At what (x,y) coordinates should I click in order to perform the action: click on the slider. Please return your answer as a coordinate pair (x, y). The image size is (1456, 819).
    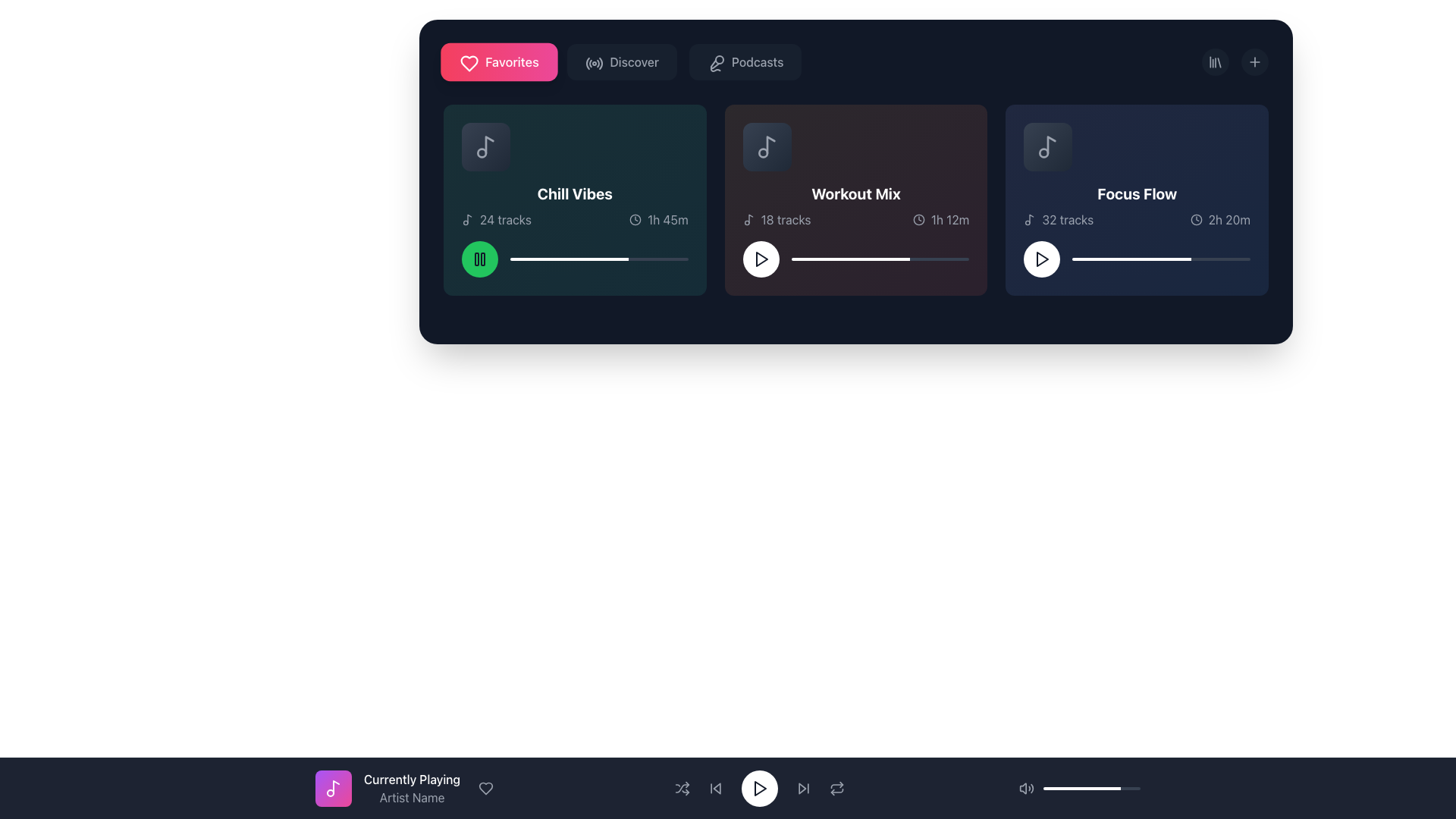
    Looking at the image, I should click on (610, 259).